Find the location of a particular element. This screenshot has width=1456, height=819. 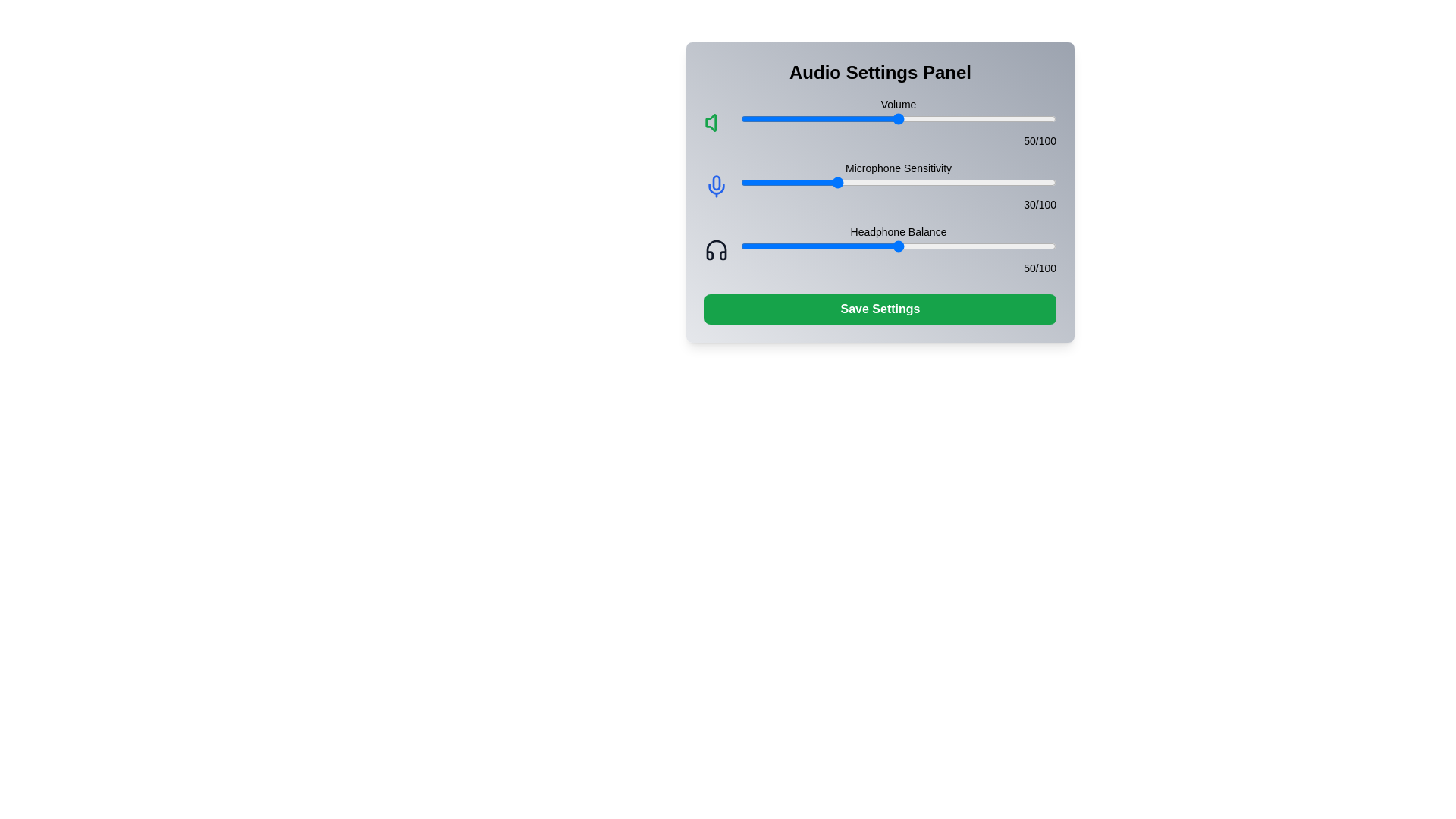

the microphone sensitivity is located at coordinates (876, 181).